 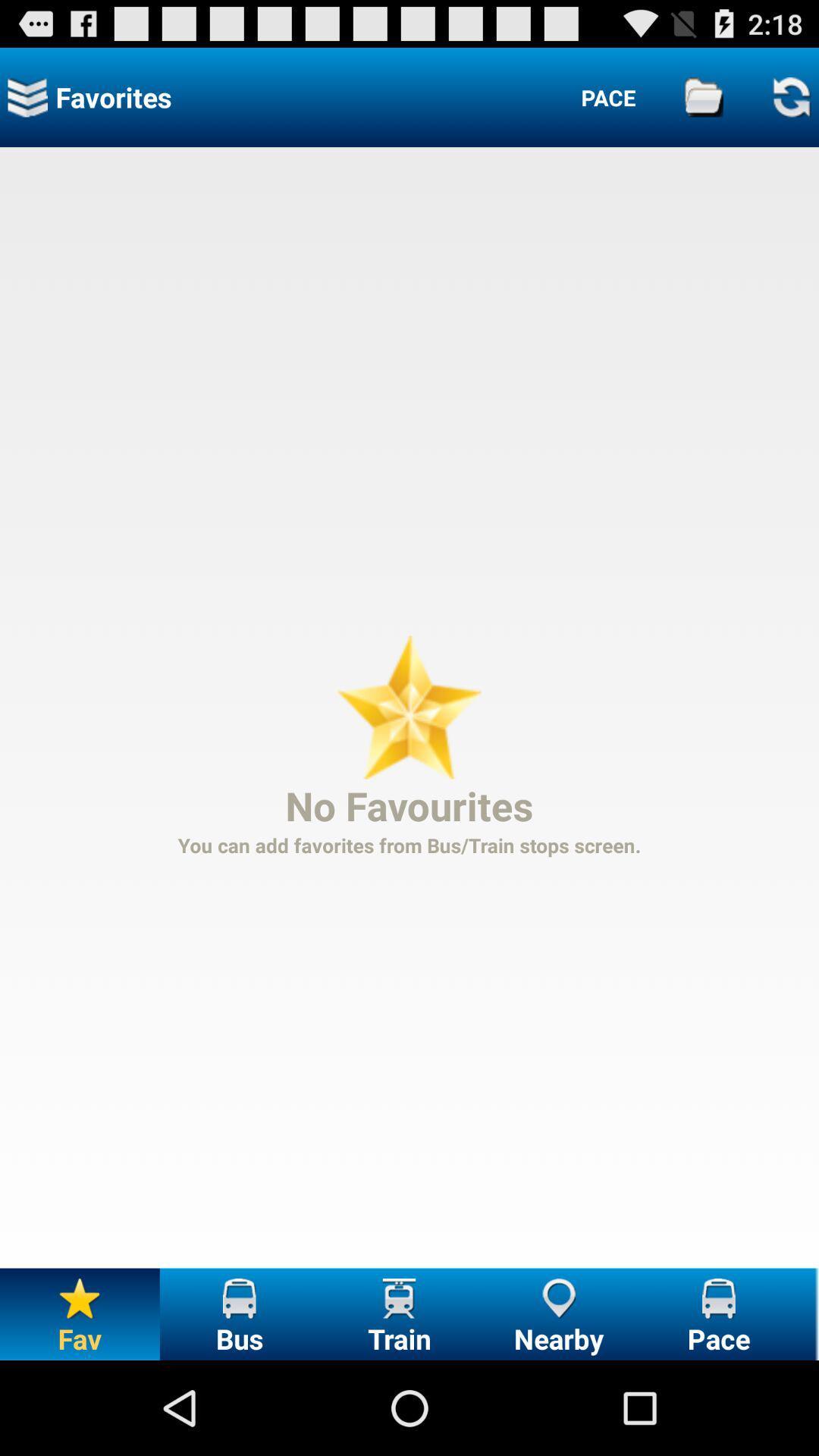 What do you see at coordinates (27, 103) in the screenshot?
I see `the layers icon` at bounding box center [27, 103].